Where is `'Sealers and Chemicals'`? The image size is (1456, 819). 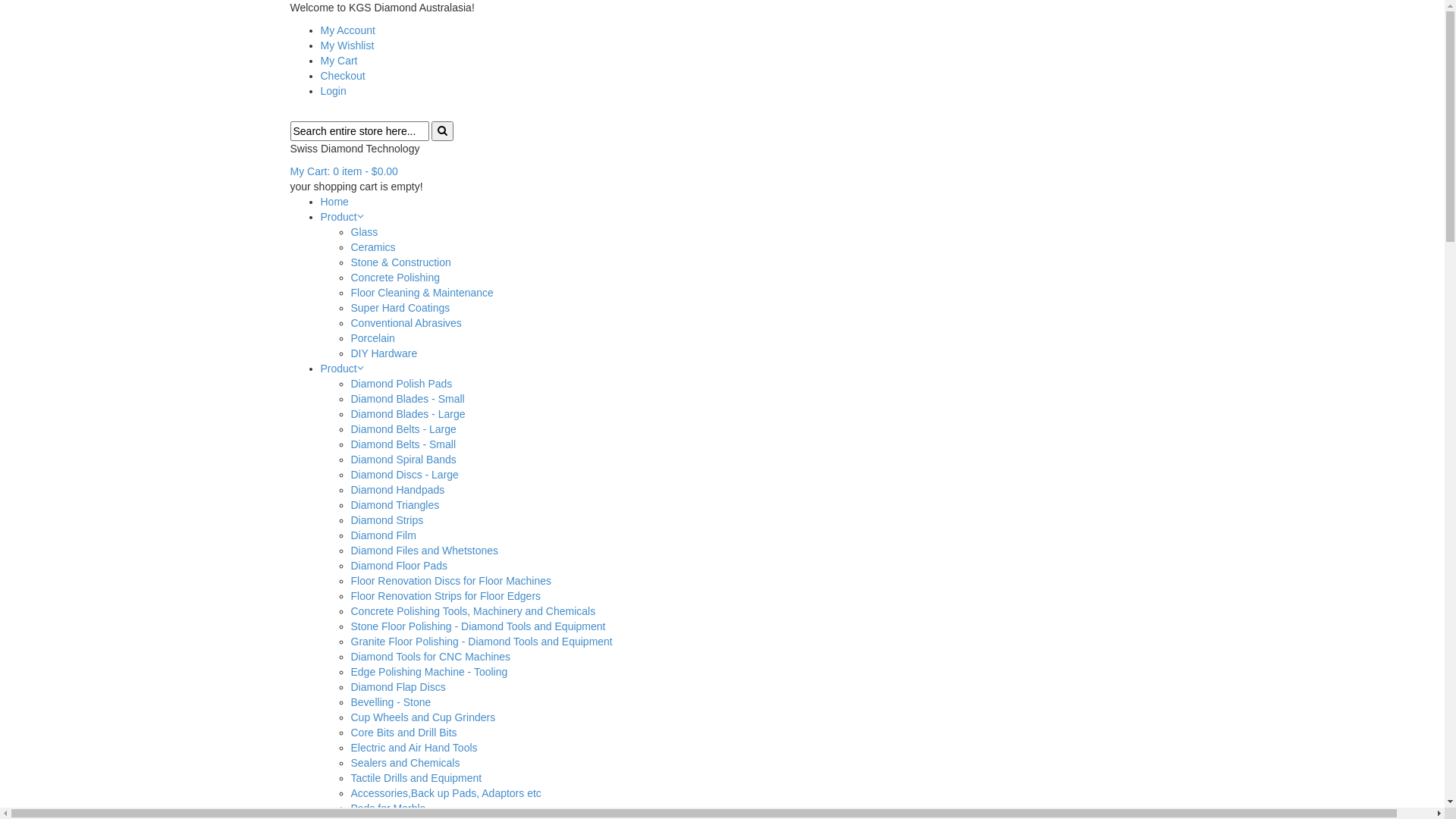
'Sealers and Chemicals' is located at coordinates (349, 763).